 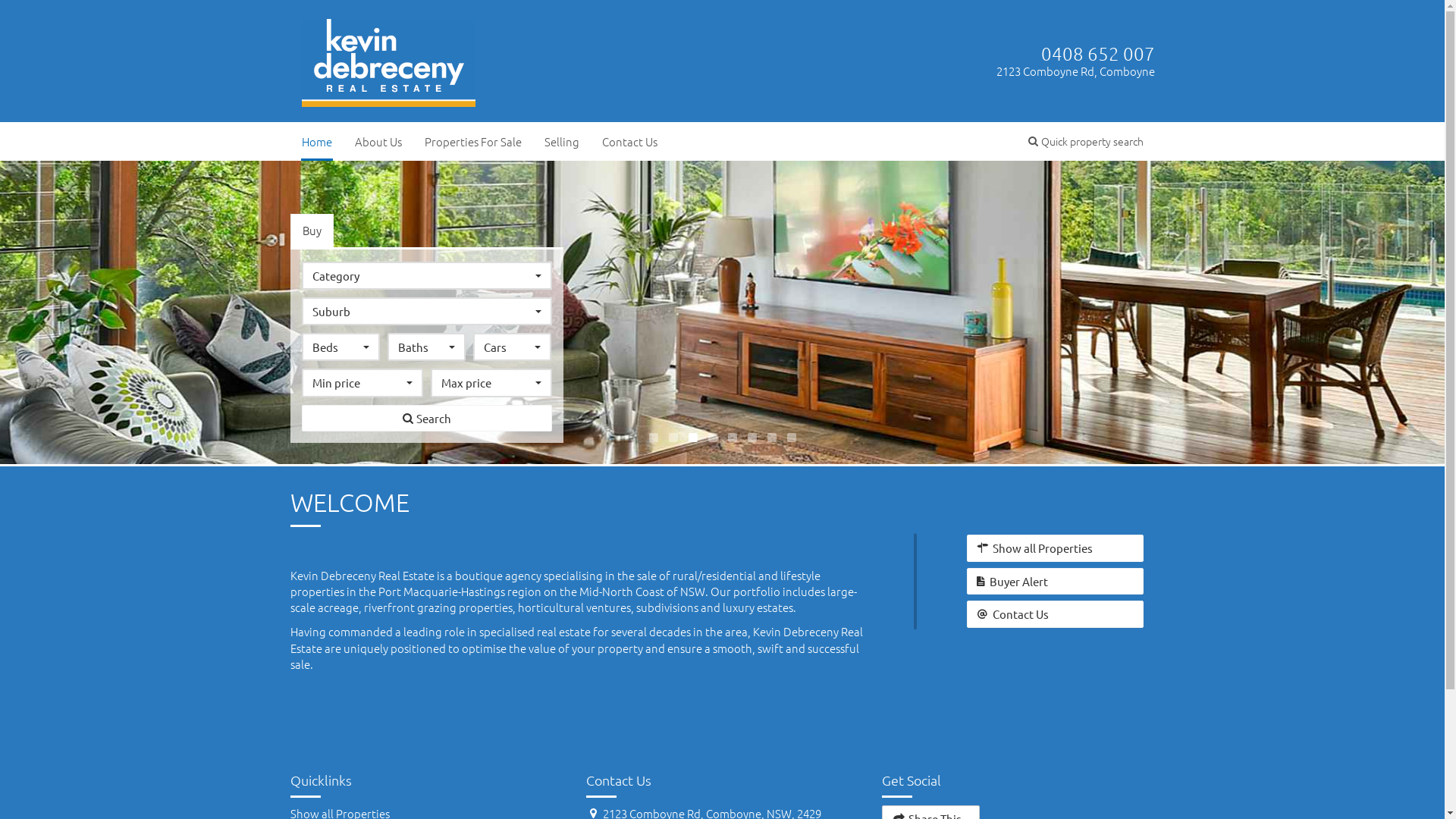 What do you see at coordinates (512, 347) in the screenshot?
I see `'Cars` at bounding box center [512, 347].